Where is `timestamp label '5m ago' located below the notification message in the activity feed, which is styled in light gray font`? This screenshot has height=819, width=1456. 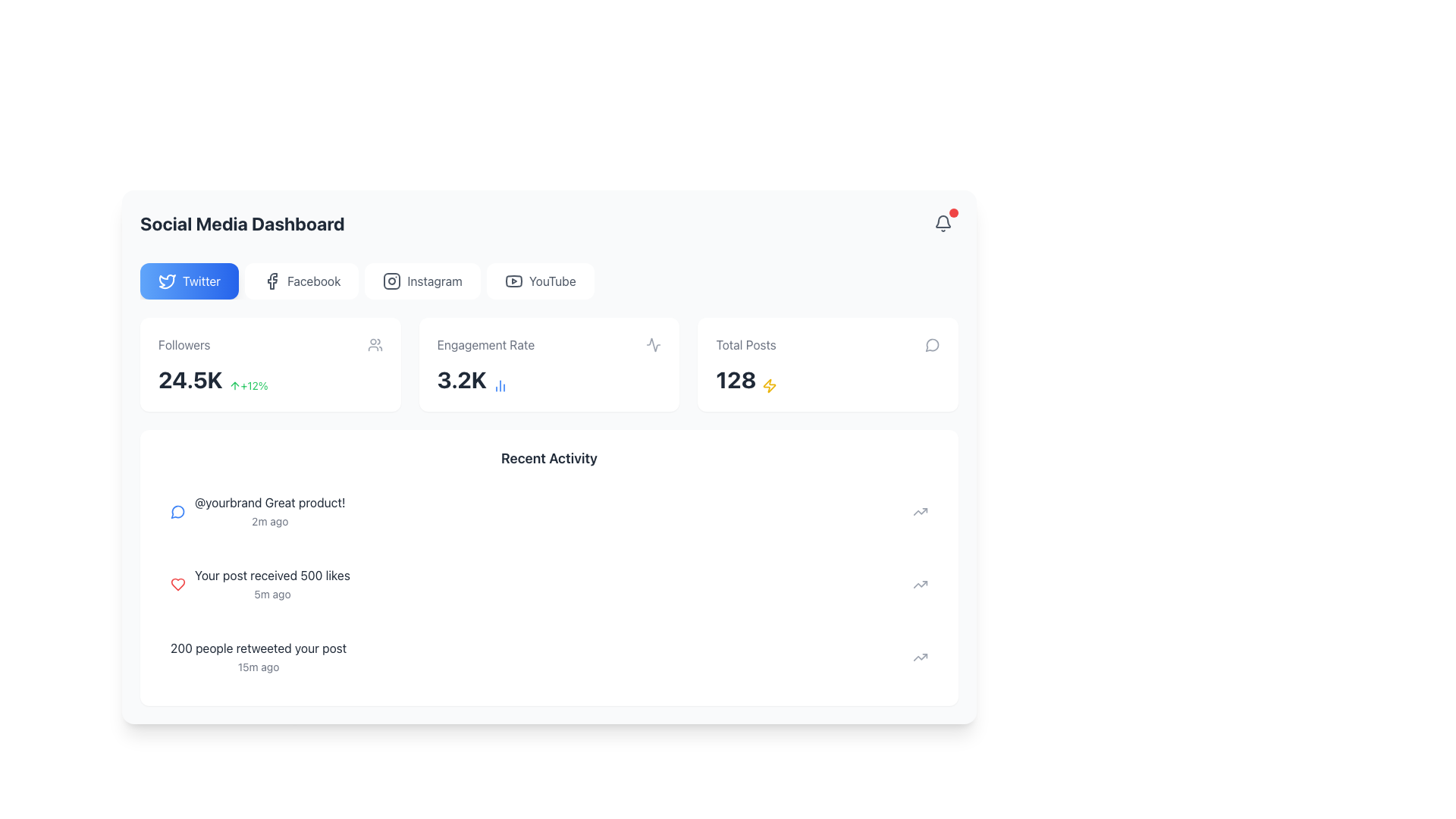
timestamp label '5m ago' located below the notification message in the activity feed, which is styled in light gray font is located at coordinates (272, 593).